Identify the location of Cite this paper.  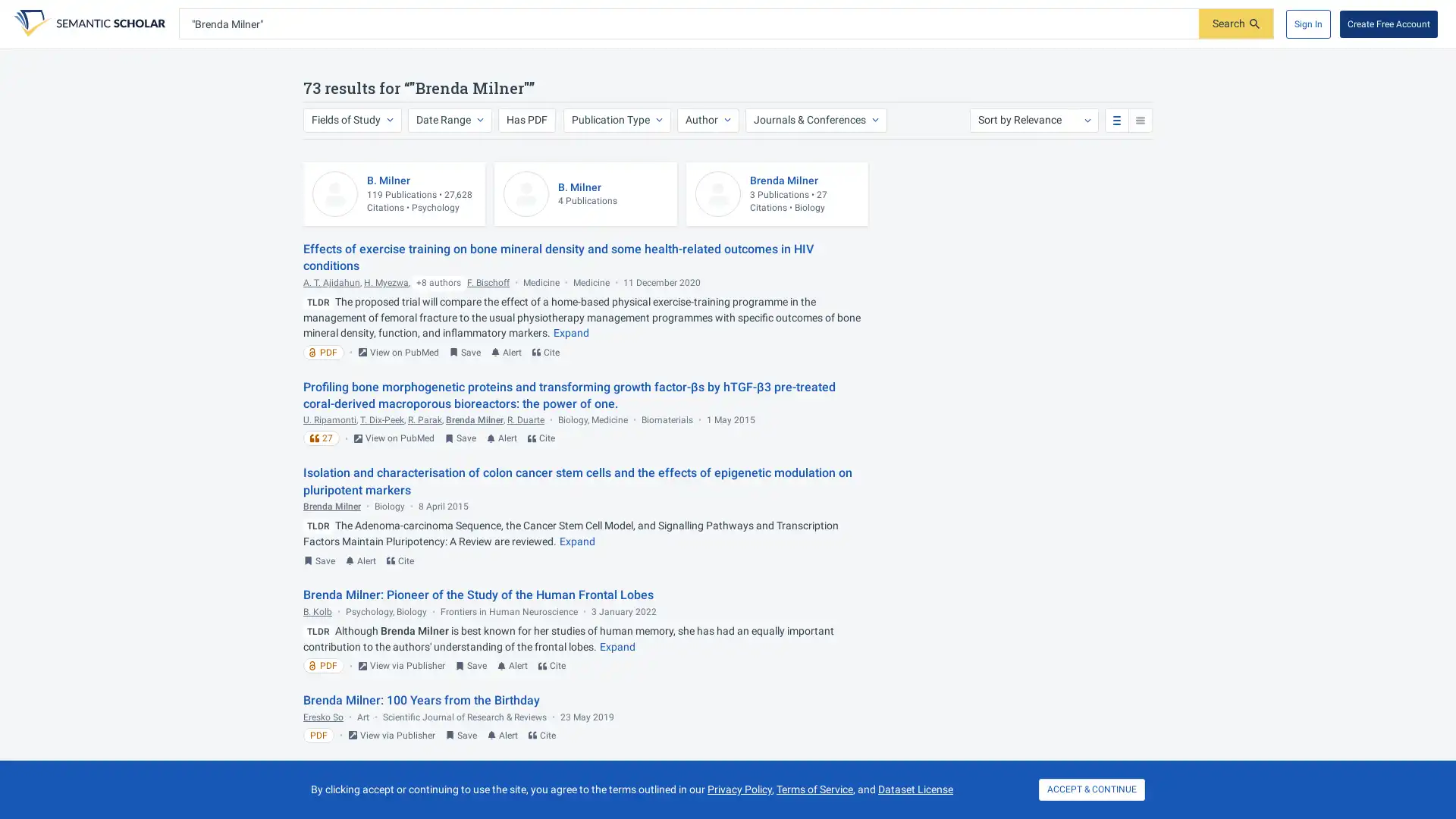
(542, 734).